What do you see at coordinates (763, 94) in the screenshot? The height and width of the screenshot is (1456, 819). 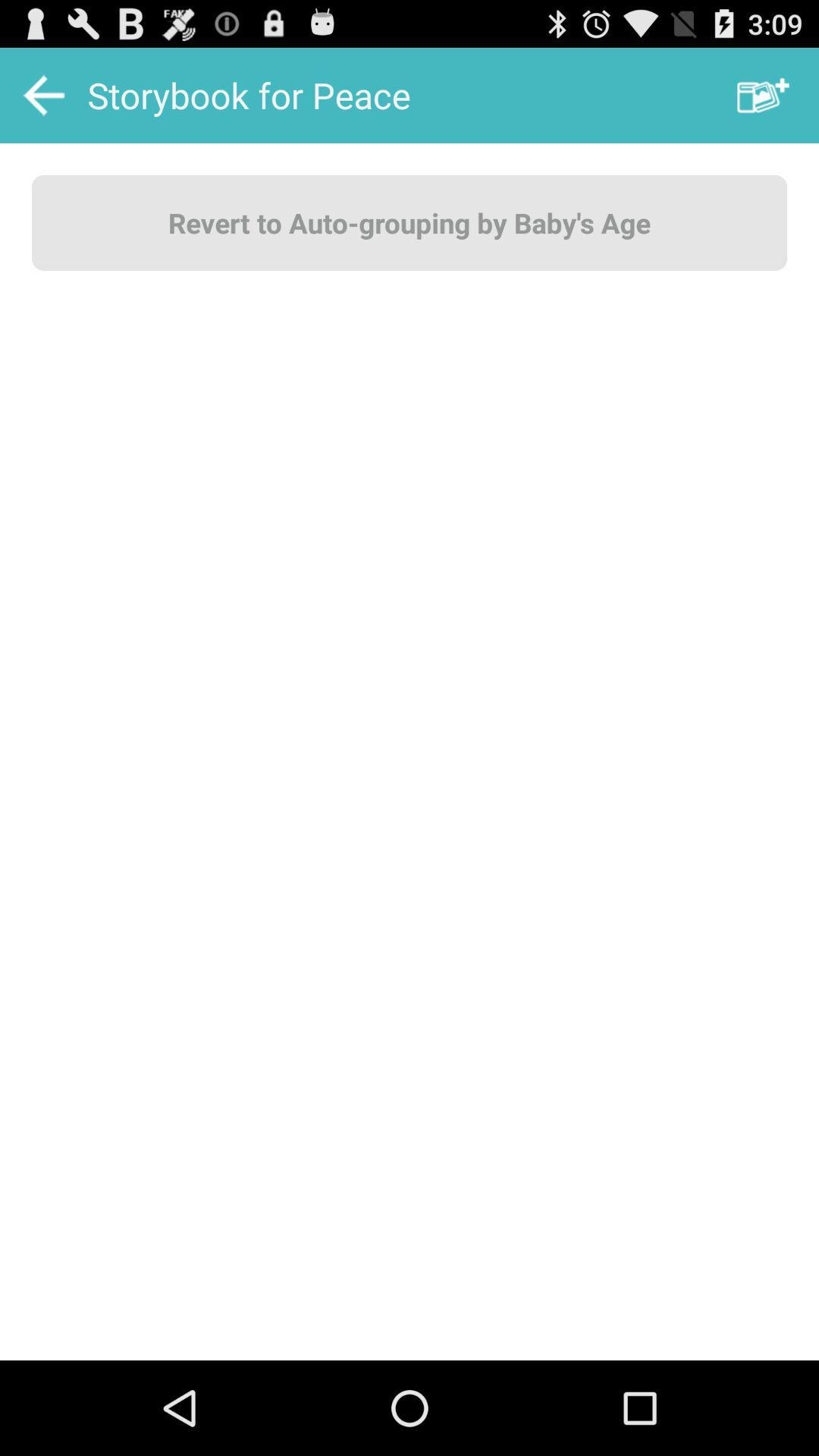 I see `item at the top right corner` at bounding box center [763, 94].